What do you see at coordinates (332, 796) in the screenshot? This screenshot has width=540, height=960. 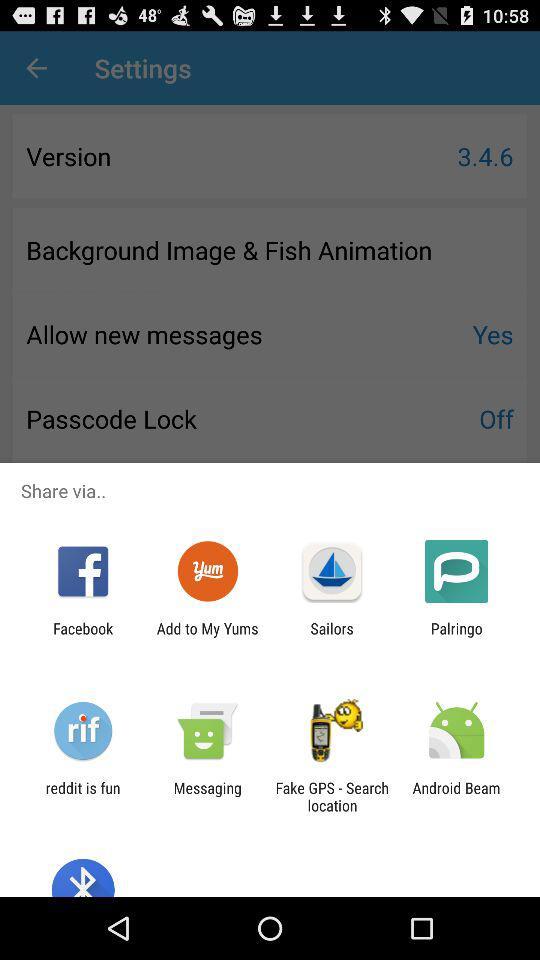 I see `the item to the left of android beam item` at bounding box center [332, 796].